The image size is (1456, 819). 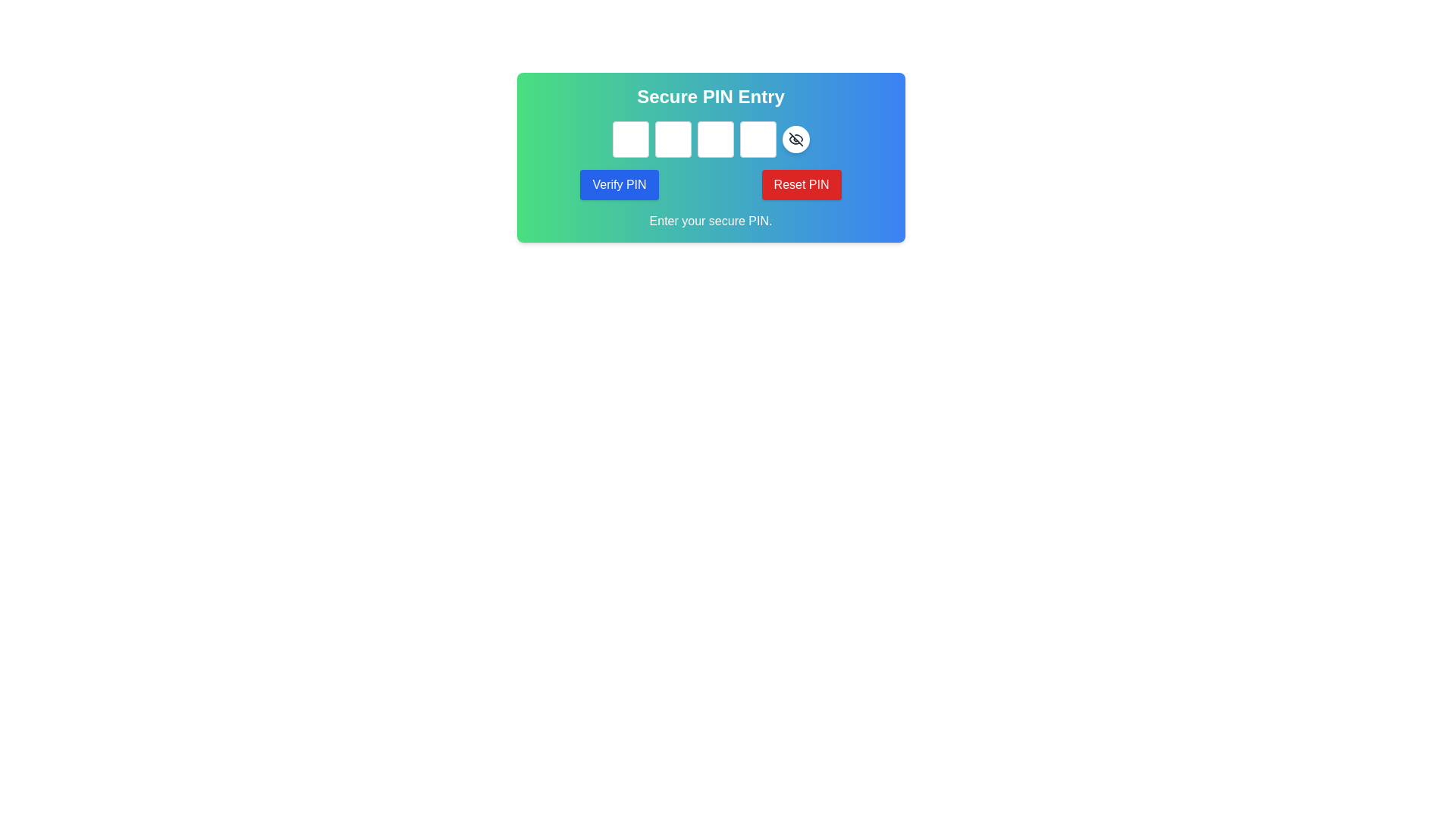 What do you see at coordinates (619, 184) in the screenshot?
I see `the 'Verify PIN' button, which is a rectangular button with a blue background and white text, to observe its hover effect` at bounding box center [619, 184].